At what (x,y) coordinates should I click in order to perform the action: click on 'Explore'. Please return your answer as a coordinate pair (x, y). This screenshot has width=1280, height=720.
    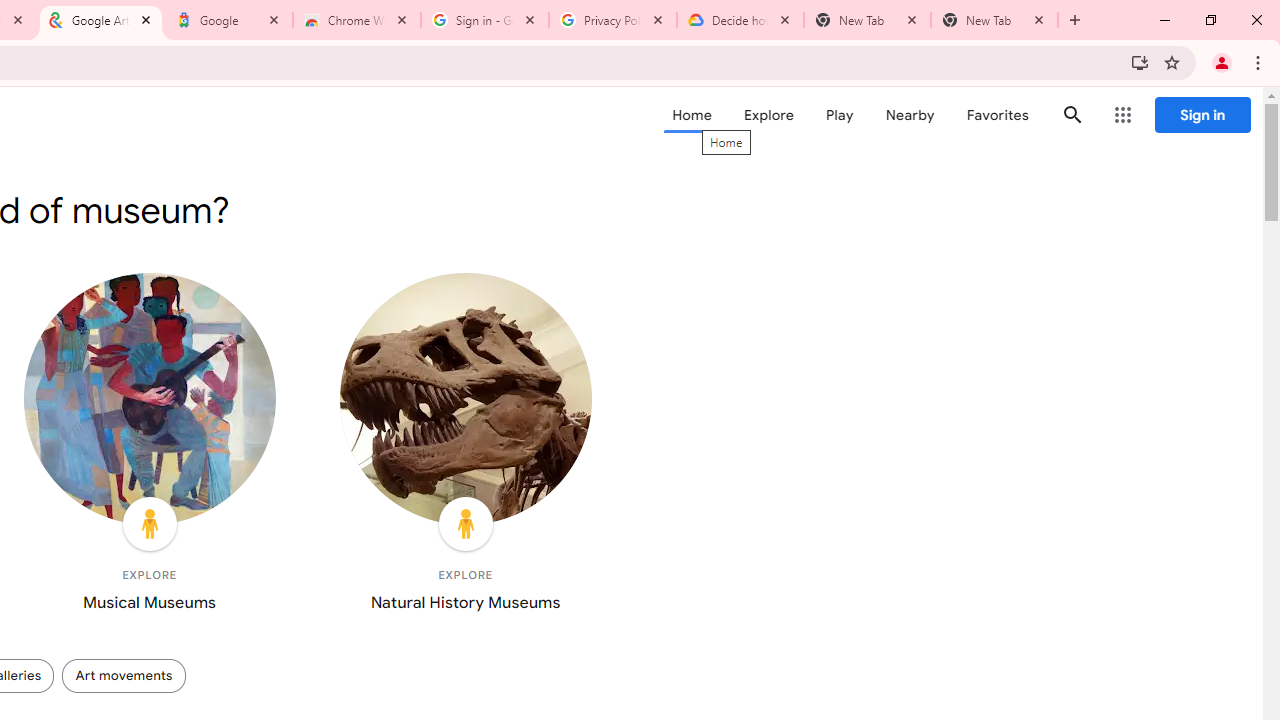
    Looking at the image, I should click on (767, 115).